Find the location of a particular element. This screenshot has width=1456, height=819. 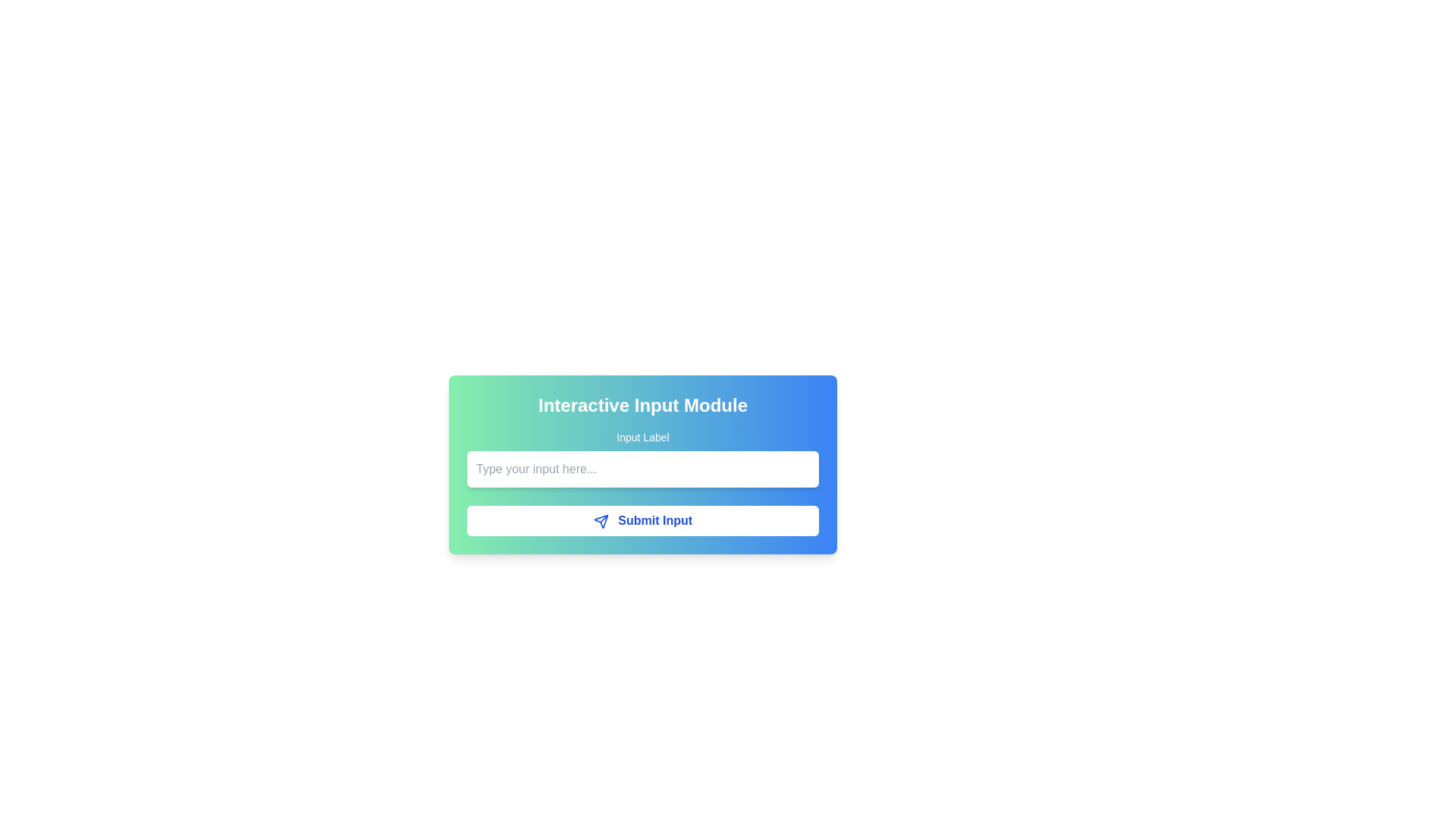

the submit button located at the bottom of the centered panel with a gradient background, below the input field labeled 'Input Label' is located at coordinates (643, 519).